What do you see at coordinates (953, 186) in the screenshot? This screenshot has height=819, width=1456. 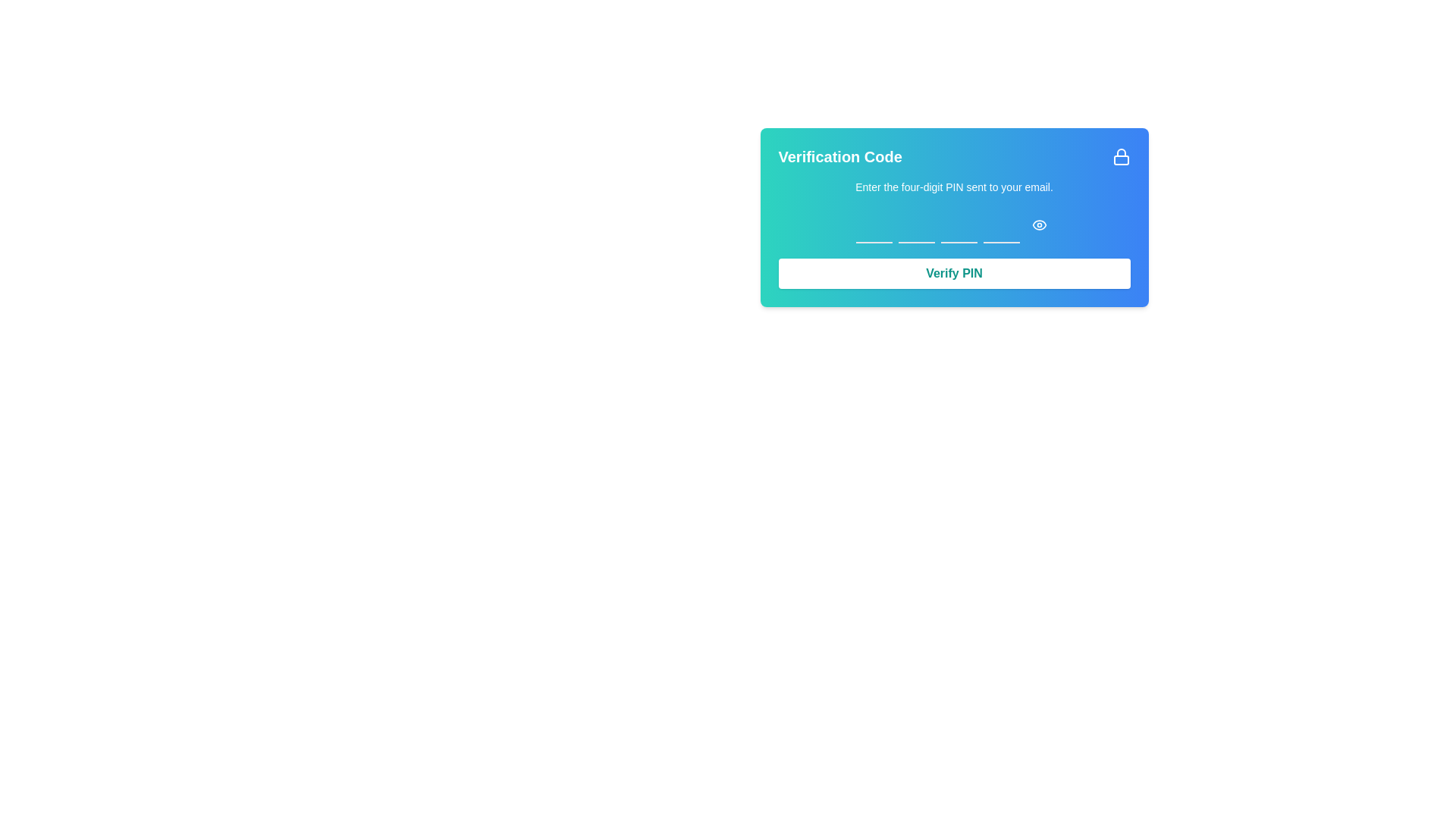 I see `the static text label that instructs the user to 'Enter the four-digit PIN sent to your email.' This label is centrally aligned and situated below the title 'Verification Code'` at bounding box center [953, 186].